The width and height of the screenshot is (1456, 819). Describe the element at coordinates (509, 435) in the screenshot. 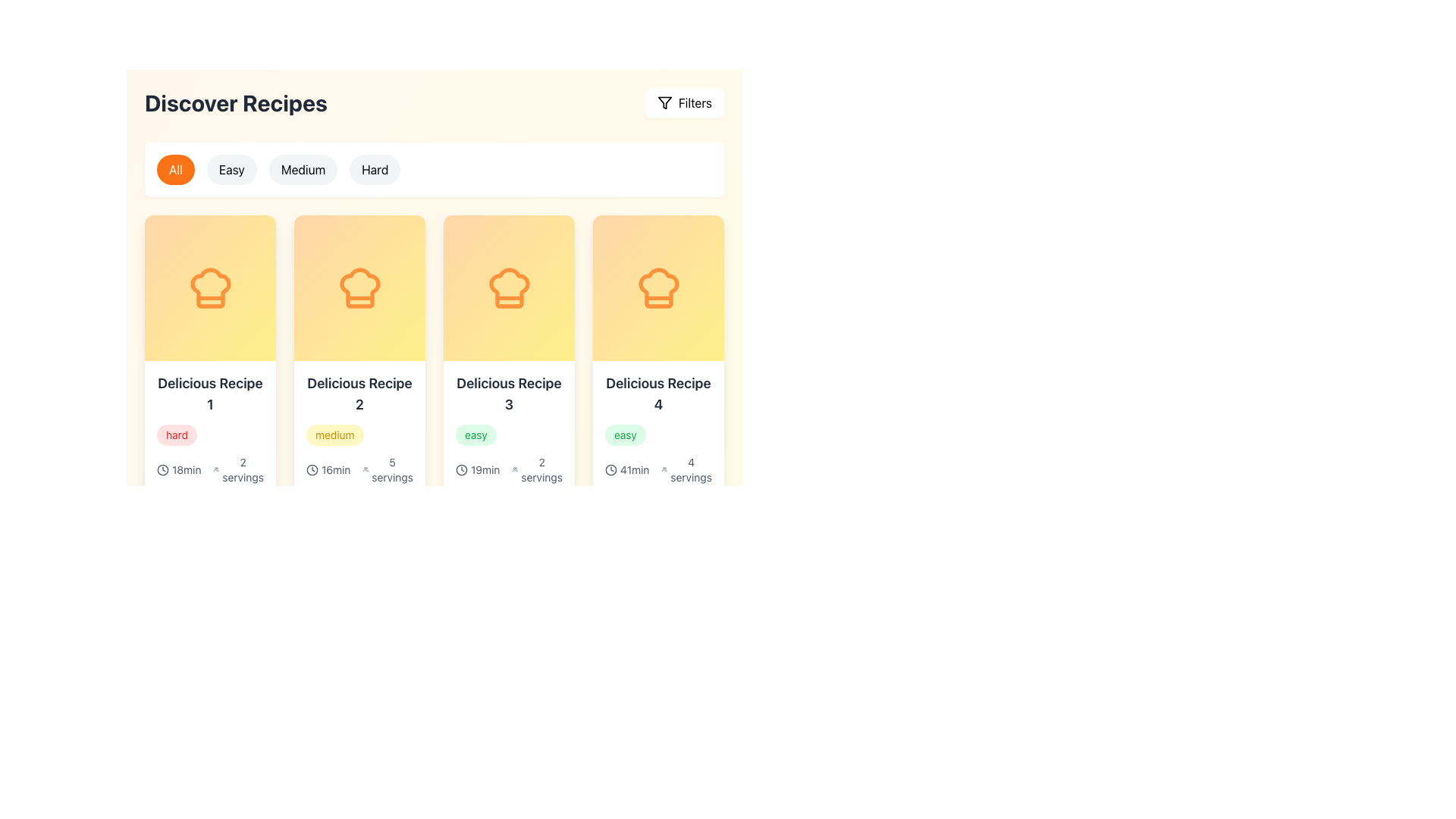

I see `the badge displaying the text 'easy' in lowercase, which has a light green background and darker green text, located below the title 'Delicious Recipe 3'` at that location.